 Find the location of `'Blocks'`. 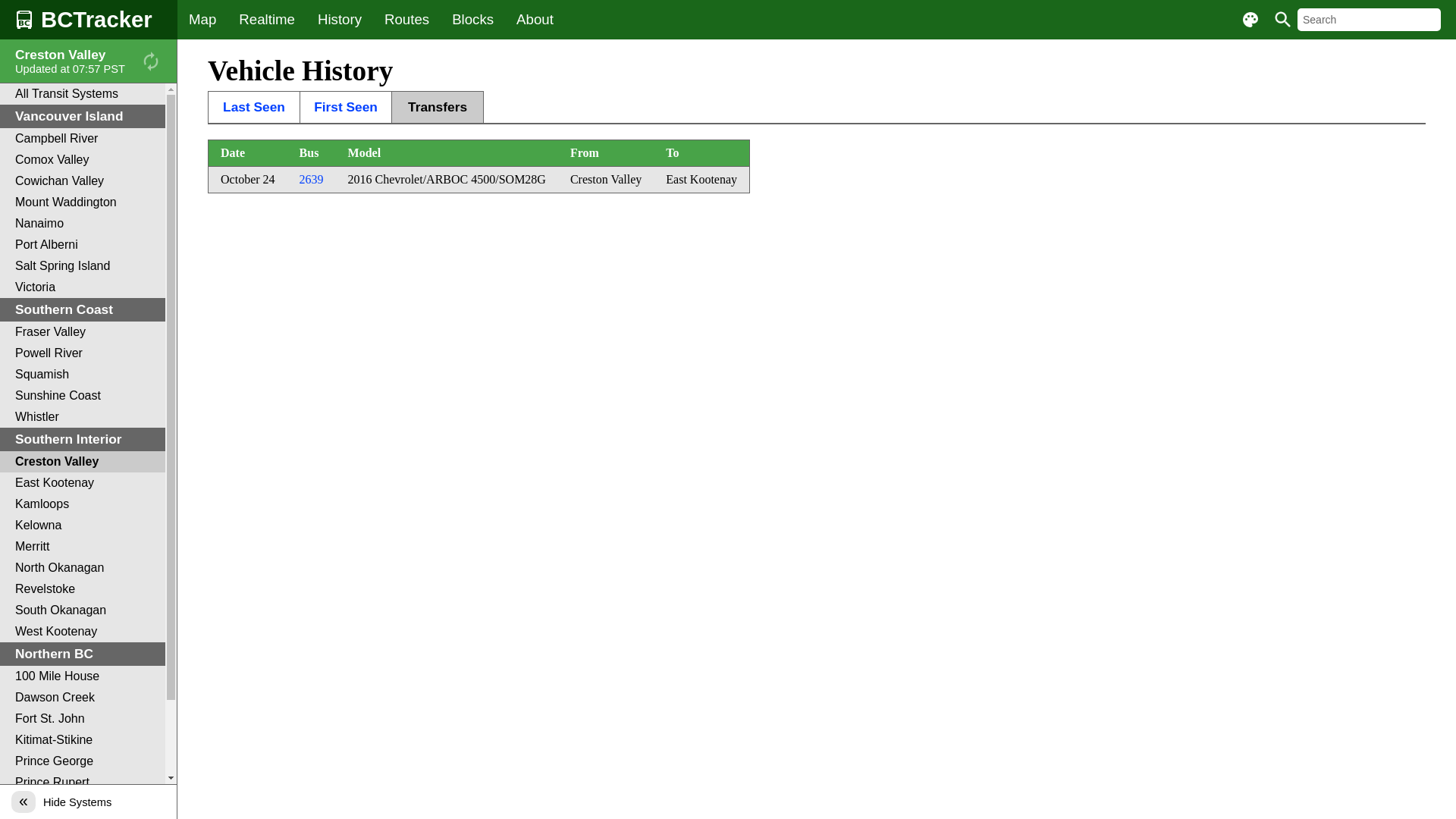

'Blocks' is located at coordinates (472, 20).